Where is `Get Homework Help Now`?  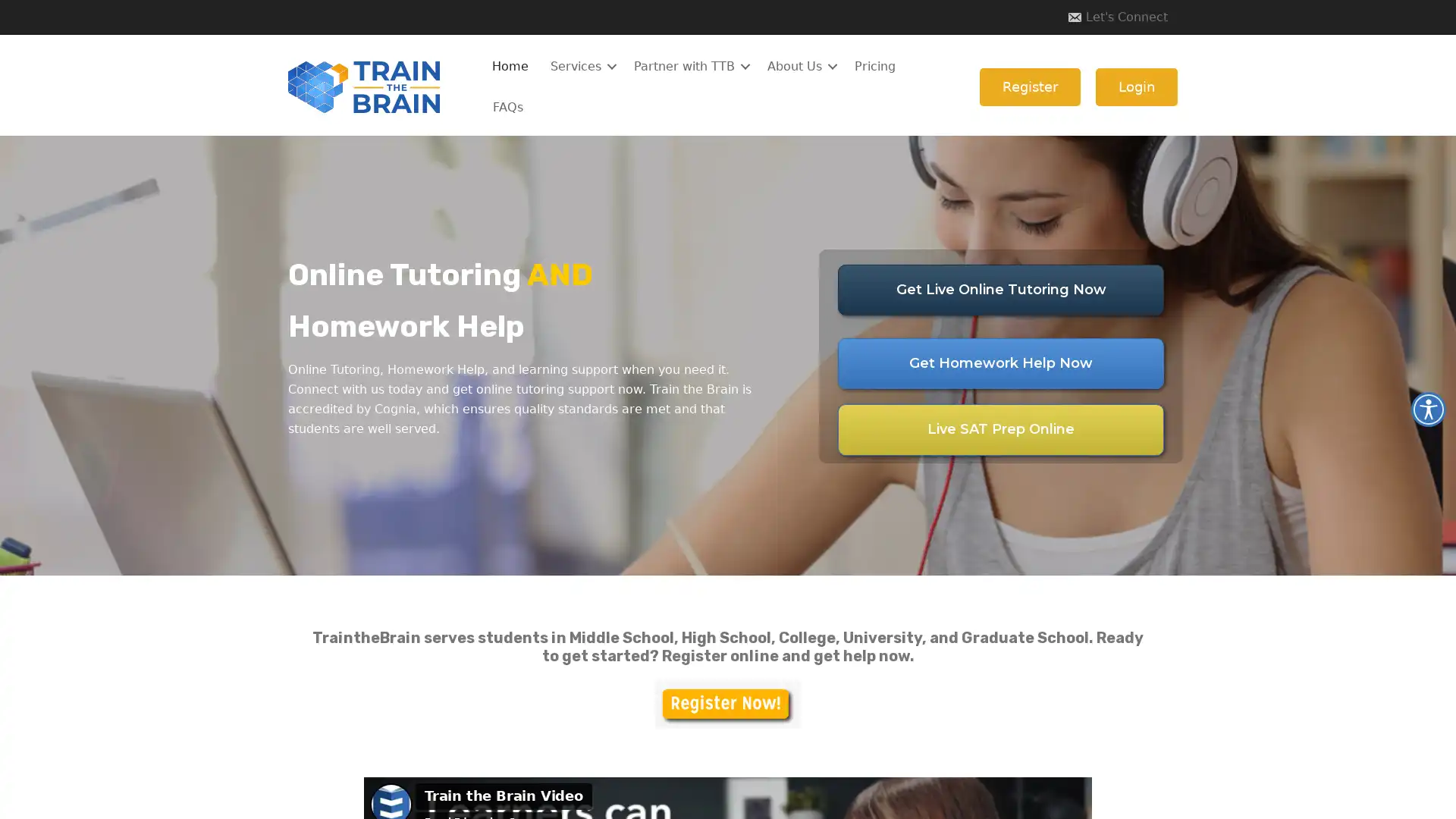 Get Homework Help Now is located at coordinates (1001, 363).